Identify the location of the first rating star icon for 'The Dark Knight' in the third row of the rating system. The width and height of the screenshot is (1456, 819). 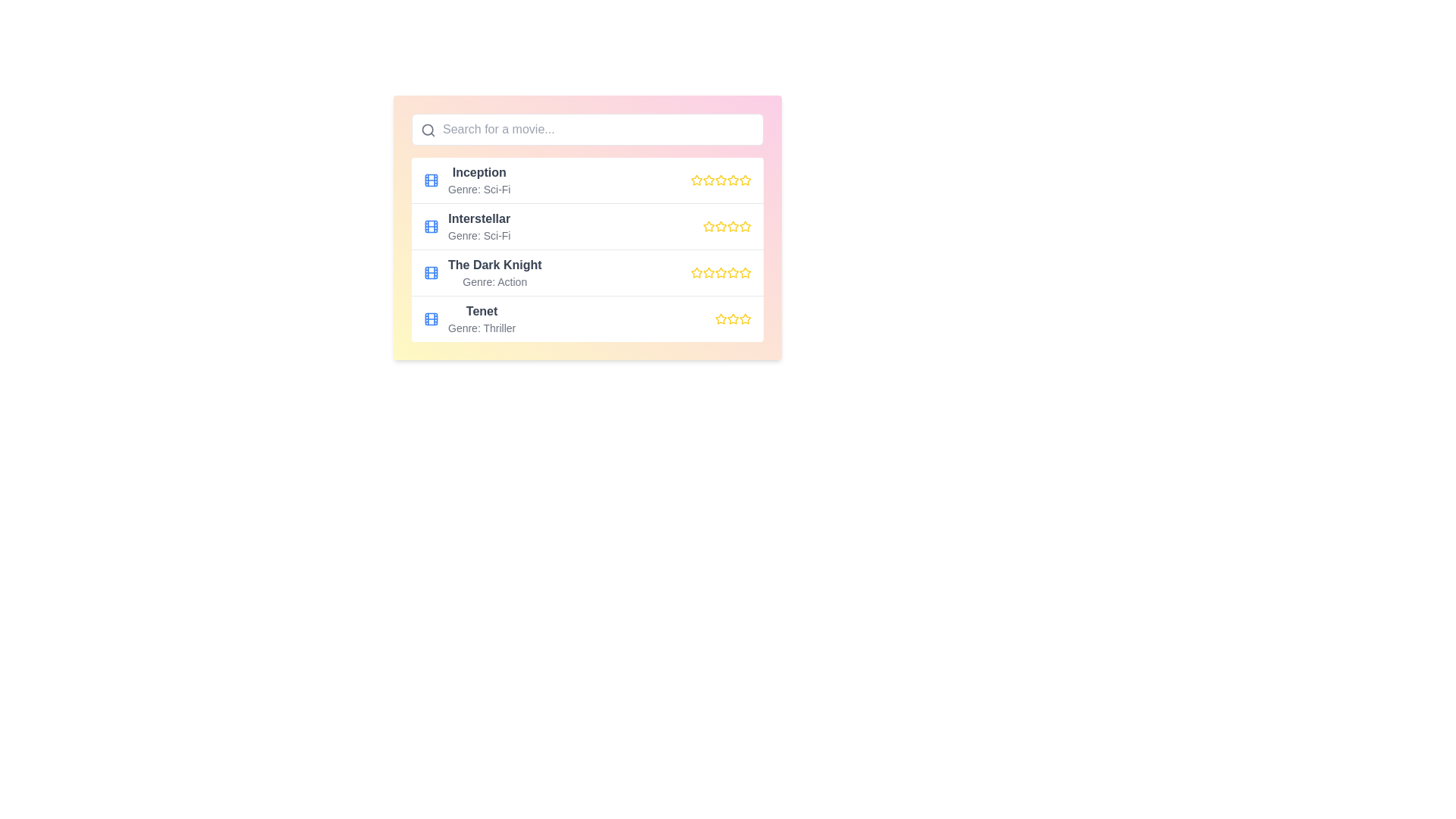
(695, 271).